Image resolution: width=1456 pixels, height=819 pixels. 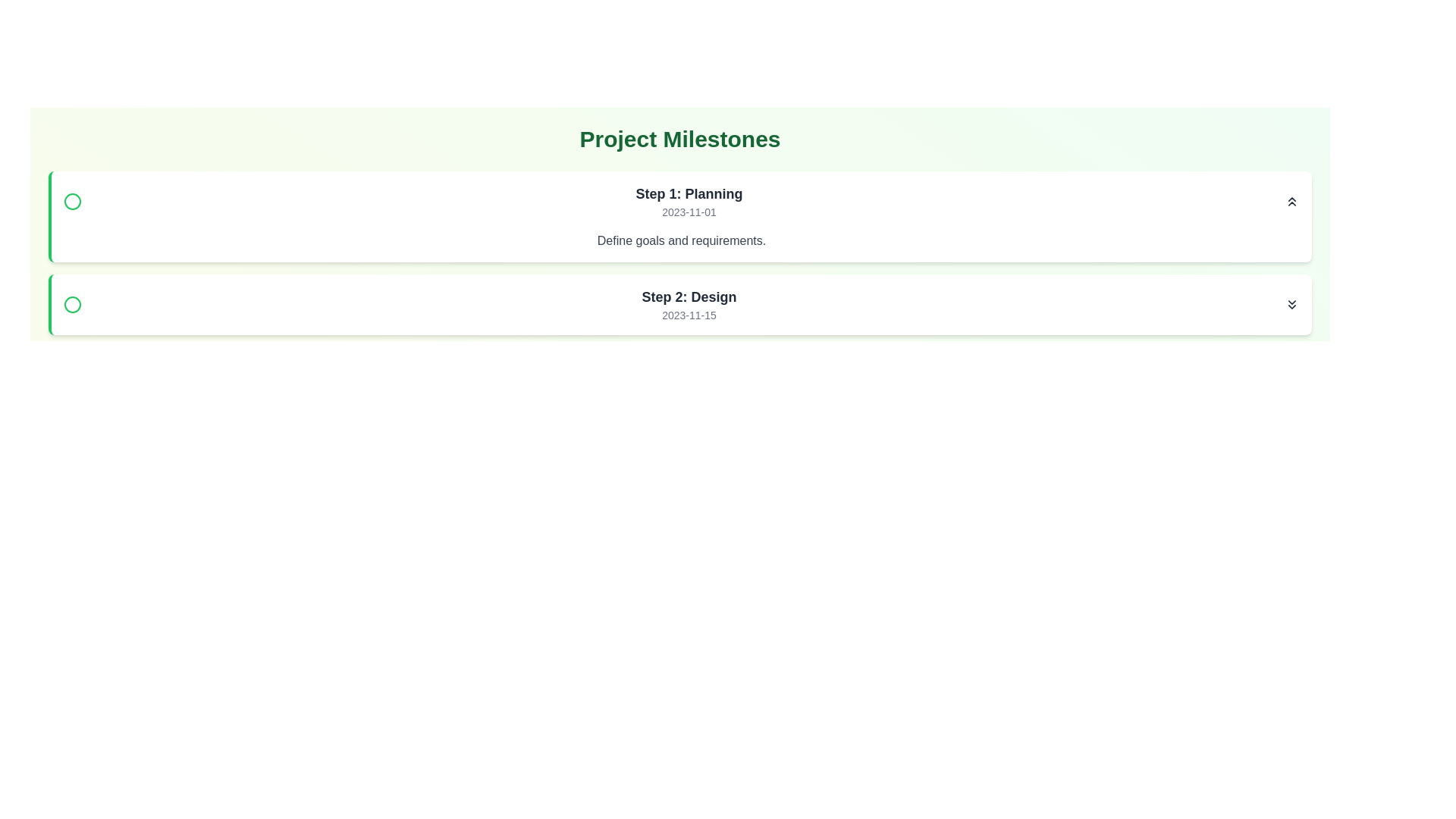 I want to click on the text label indicating 'Step 2: Design' in the 'Project Milestones' interface, so click(x=688, y=297).